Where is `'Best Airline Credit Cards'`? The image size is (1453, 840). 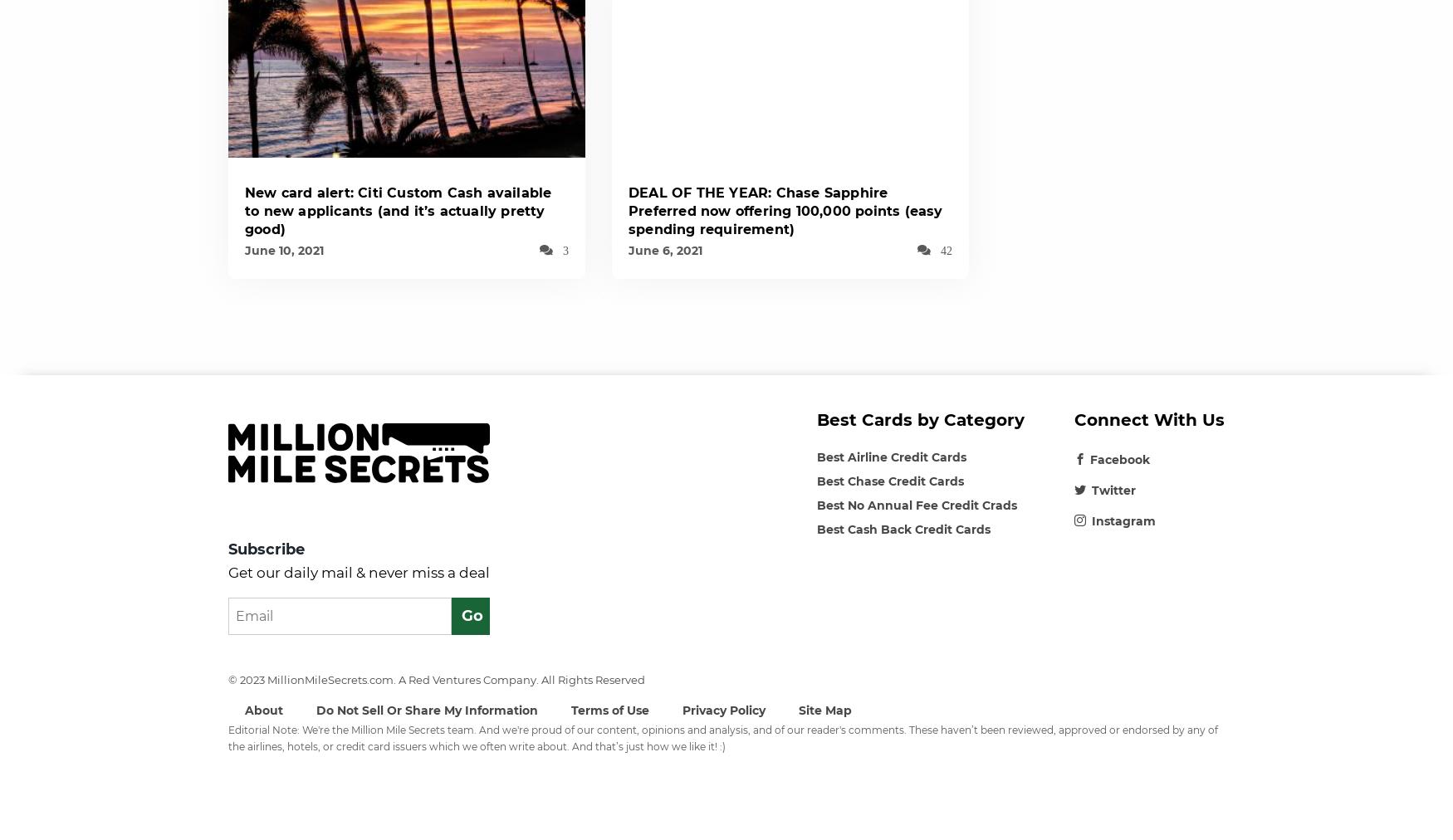
'Best Airline Credit Cards' is located at coordinates (891, 457).